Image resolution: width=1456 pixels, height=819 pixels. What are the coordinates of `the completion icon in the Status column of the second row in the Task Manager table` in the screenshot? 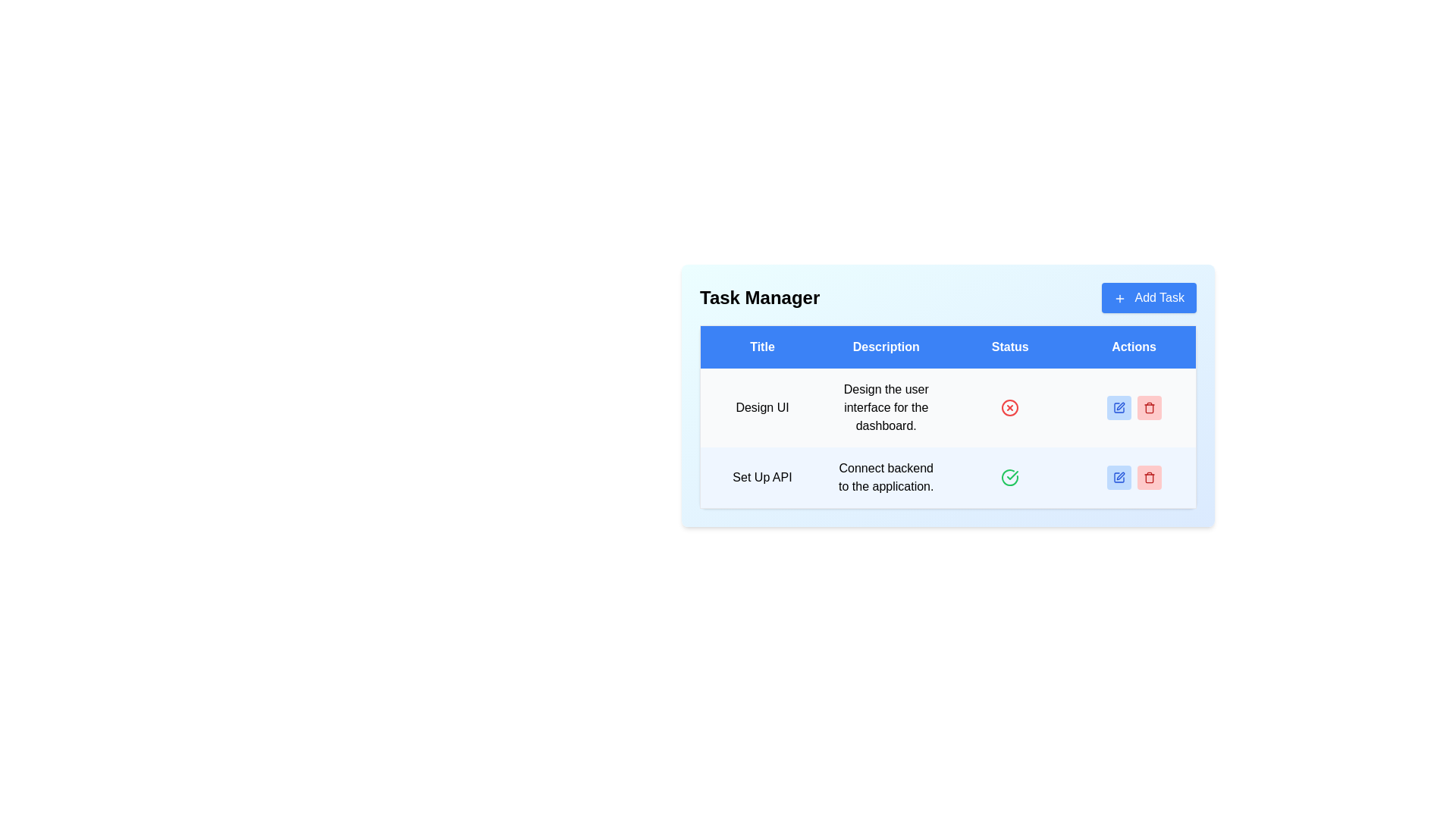 It's located at (1009, 476).